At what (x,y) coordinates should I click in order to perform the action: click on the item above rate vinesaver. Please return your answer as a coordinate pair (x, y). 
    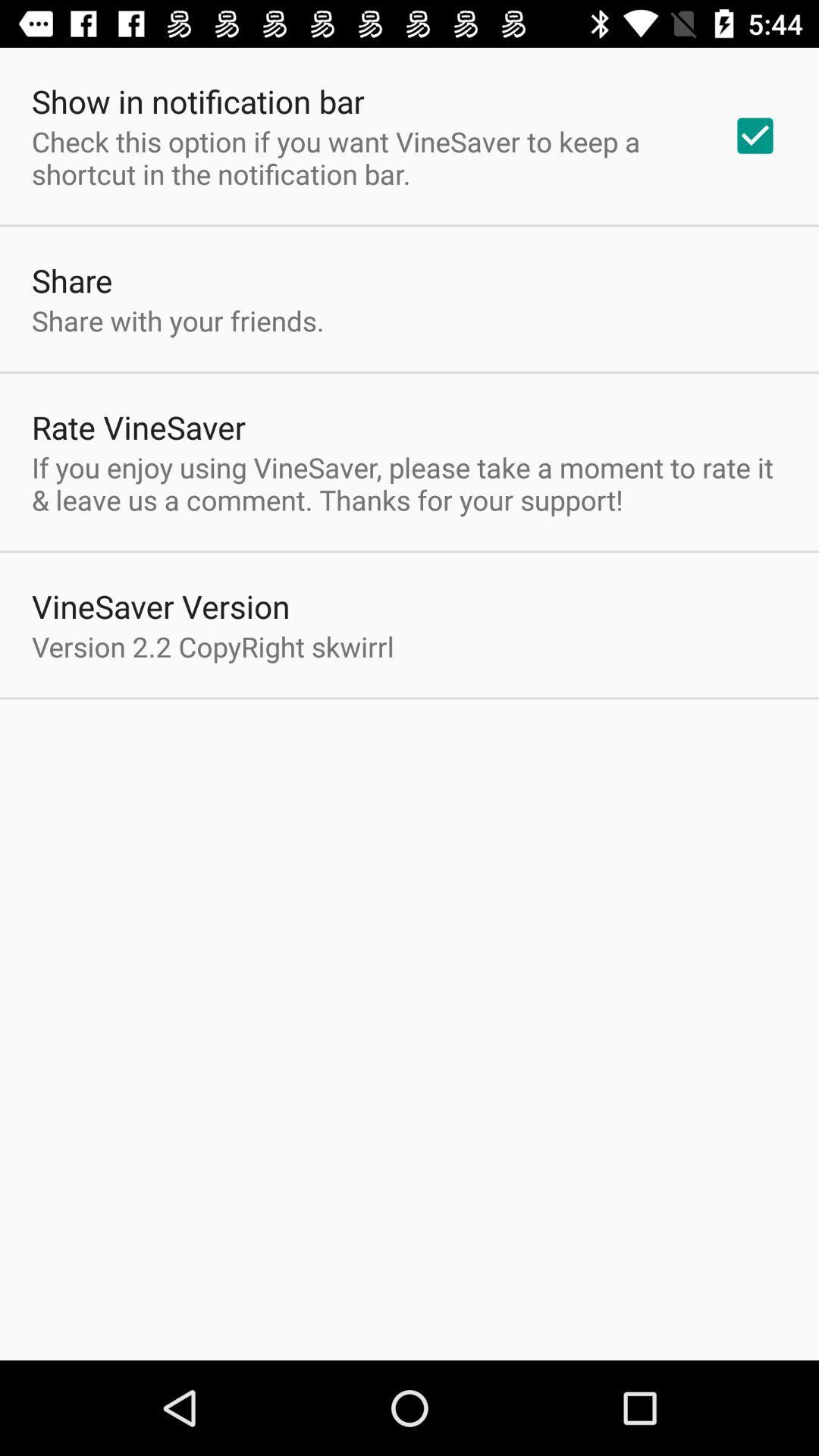
    Looking at the image, I should click on (177, 319).